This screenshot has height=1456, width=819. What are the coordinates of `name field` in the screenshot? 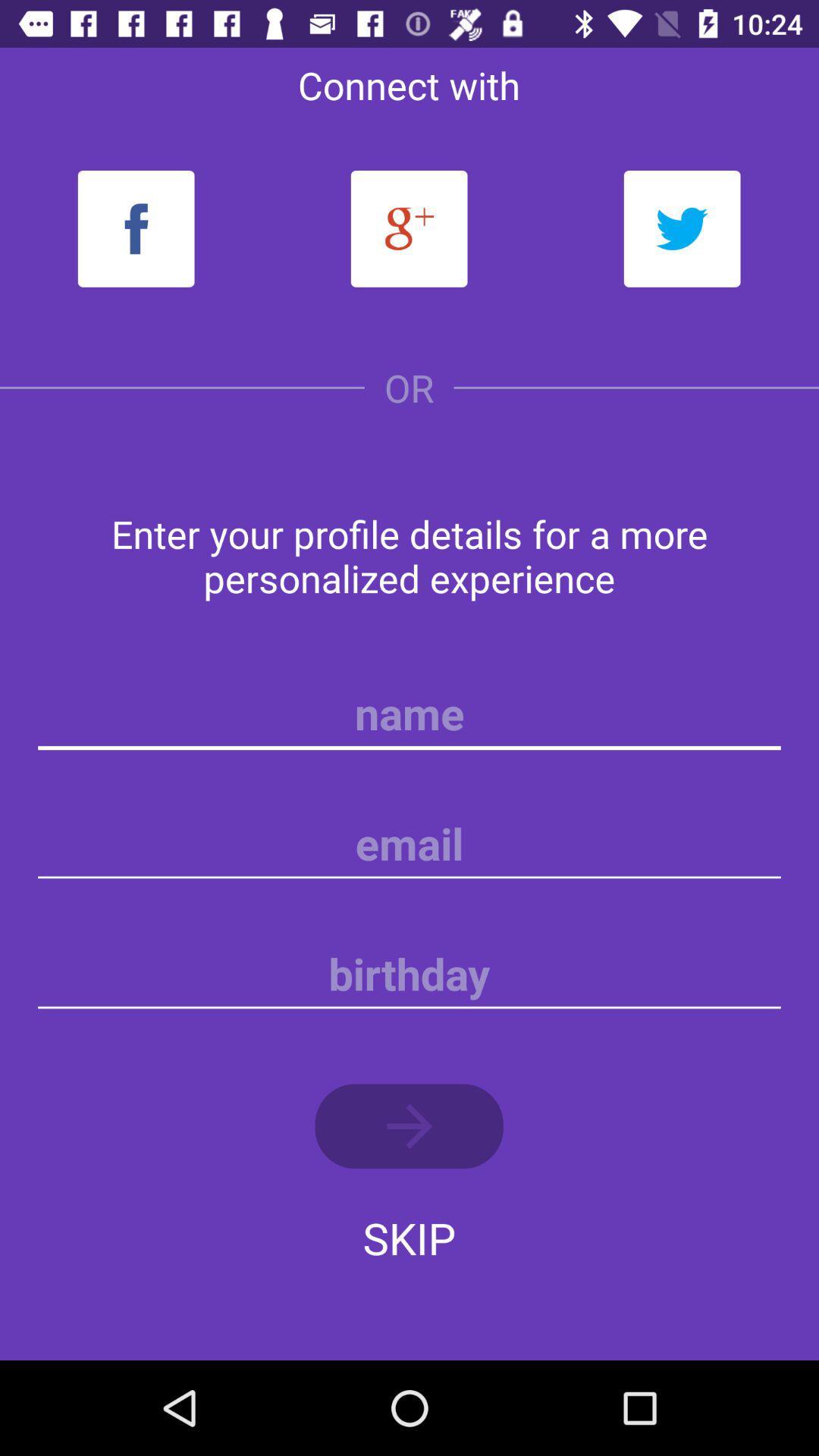 It's located at (409, 713).